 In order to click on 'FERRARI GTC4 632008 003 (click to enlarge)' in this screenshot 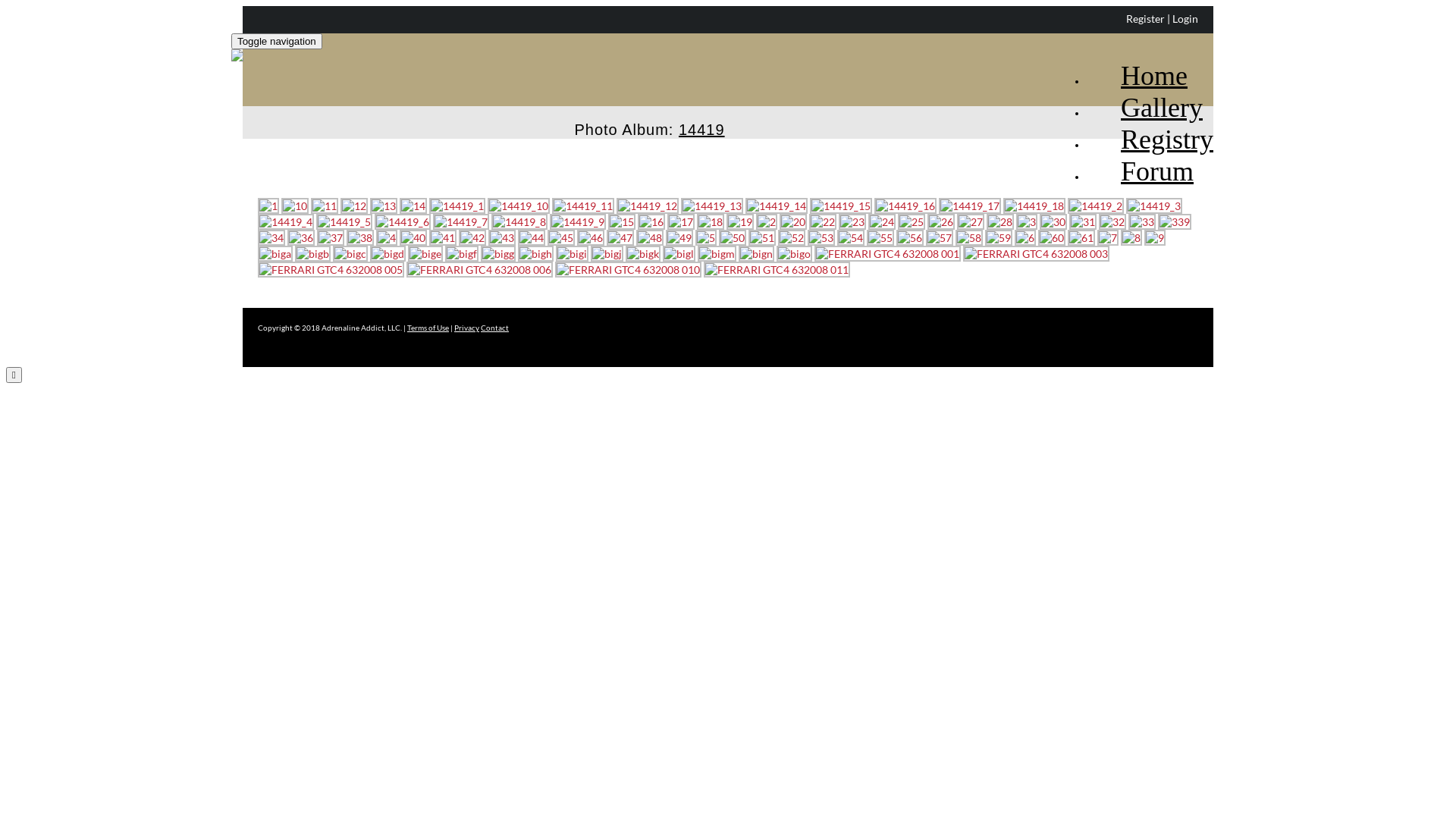, I will do `click(962, 253)`.